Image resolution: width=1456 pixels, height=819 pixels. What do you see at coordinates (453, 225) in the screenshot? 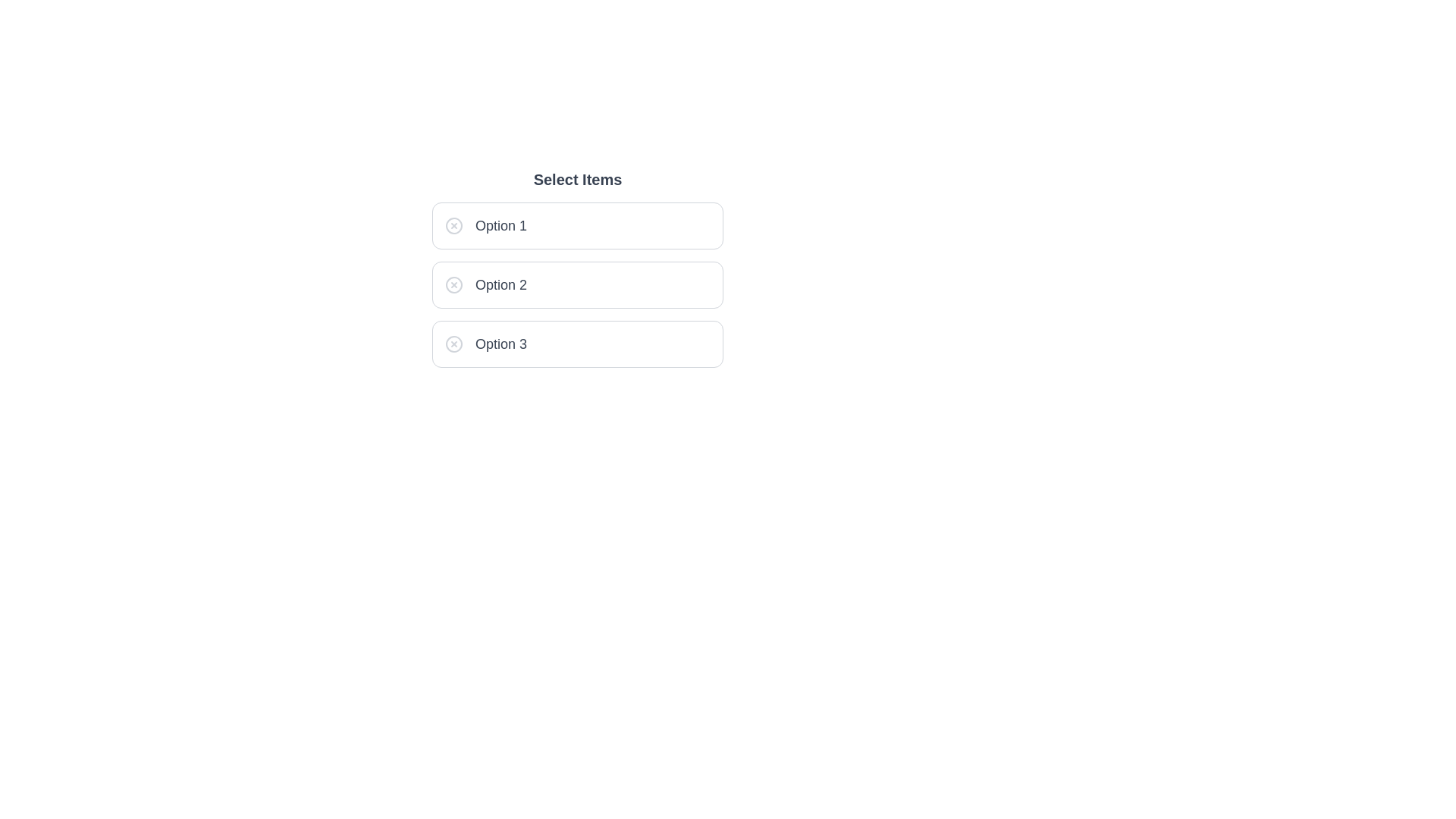
I see `the circular outline of the 'Option 1' entry in the vertical list, which is represented as an SVG element` at bounding box center [453, 225].